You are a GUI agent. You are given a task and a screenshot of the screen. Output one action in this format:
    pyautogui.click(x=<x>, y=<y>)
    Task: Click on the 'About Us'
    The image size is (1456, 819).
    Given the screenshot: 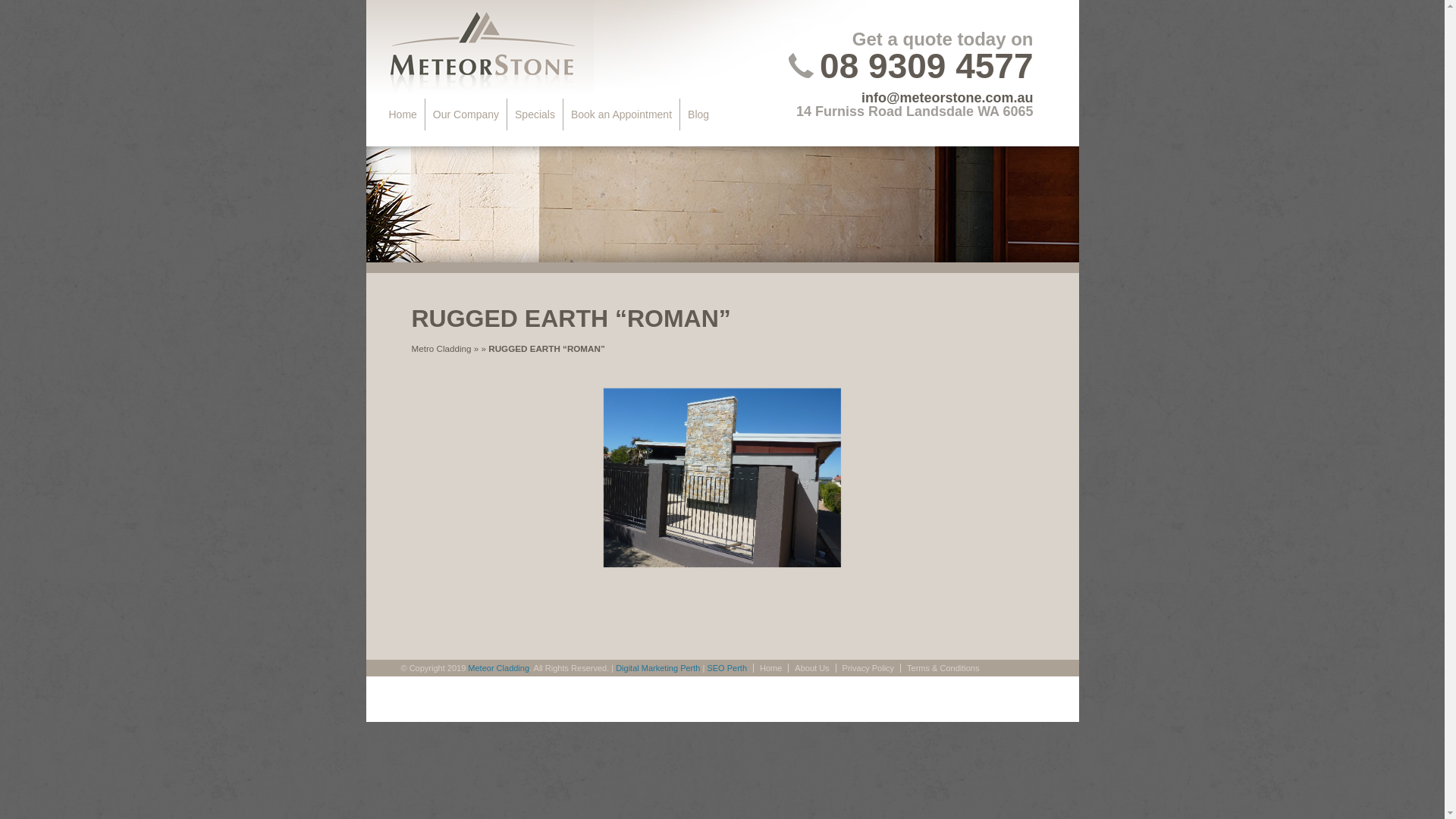 What is the action you would take?
    pyautogui.click(x=811, y=667)
    